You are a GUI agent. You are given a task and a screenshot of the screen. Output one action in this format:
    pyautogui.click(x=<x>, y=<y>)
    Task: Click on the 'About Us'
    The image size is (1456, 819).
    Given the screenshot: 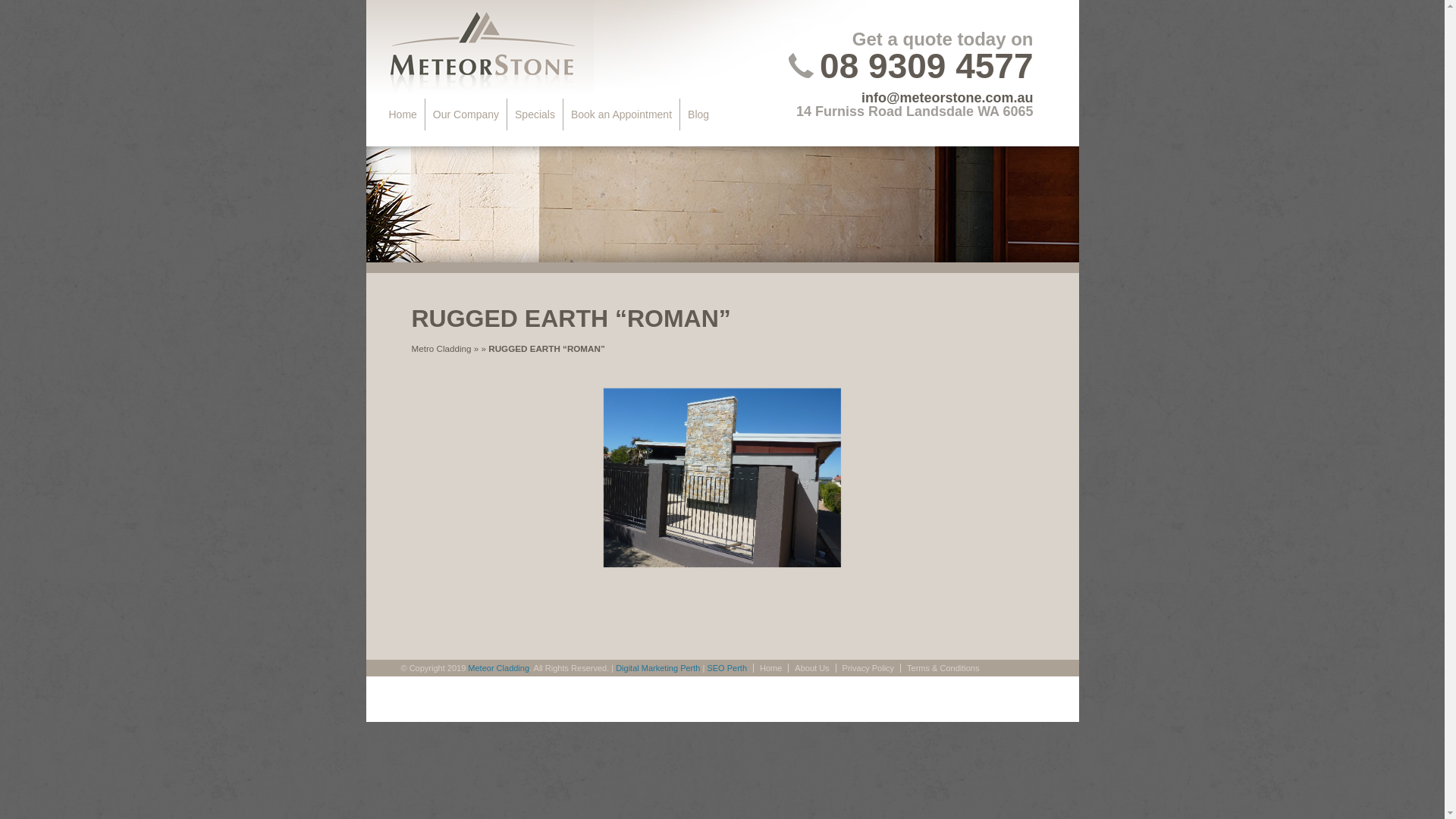 What is the action you would take?
    pyautogui.click(x=811, y=667)
    